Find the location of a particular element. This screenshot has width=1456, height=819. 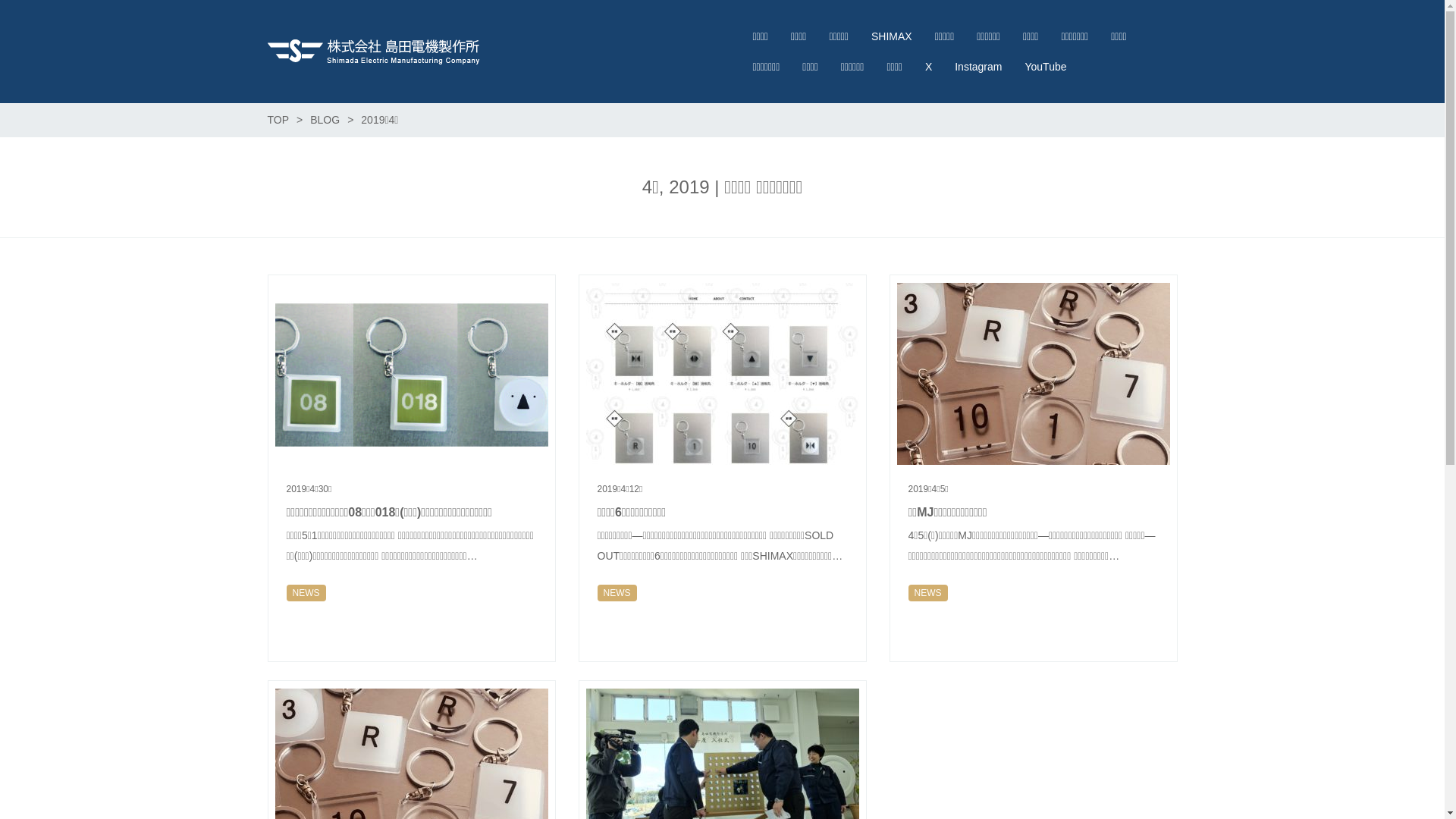

'SHIMAX' is located at coordinates (892, 35).